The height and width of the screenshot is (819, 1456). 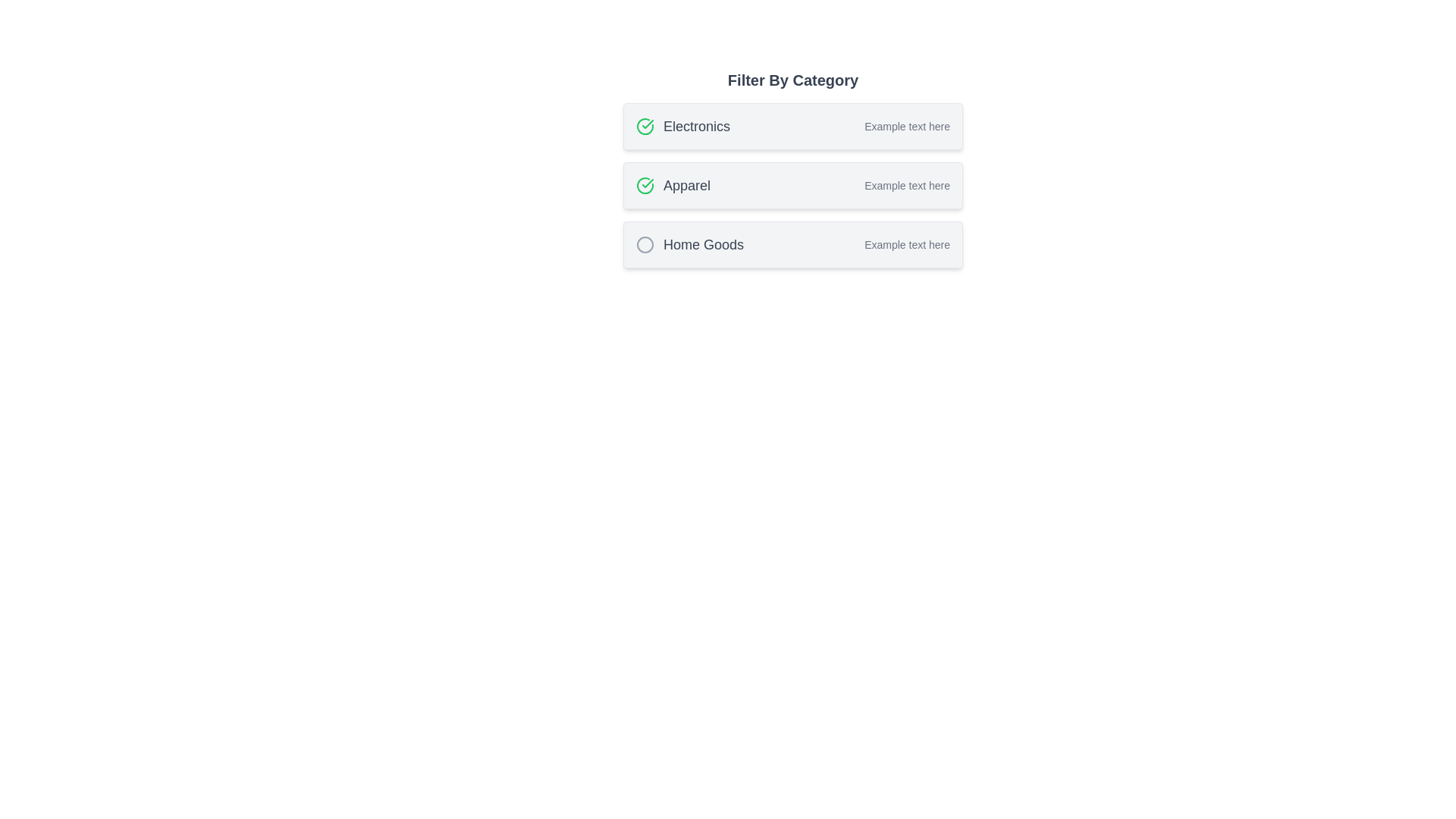 I want to click on the SVG circle element that is filled and has a stroke outline, located to the immediate left of the 'Home Goods' label, so click(x=645, y=244).